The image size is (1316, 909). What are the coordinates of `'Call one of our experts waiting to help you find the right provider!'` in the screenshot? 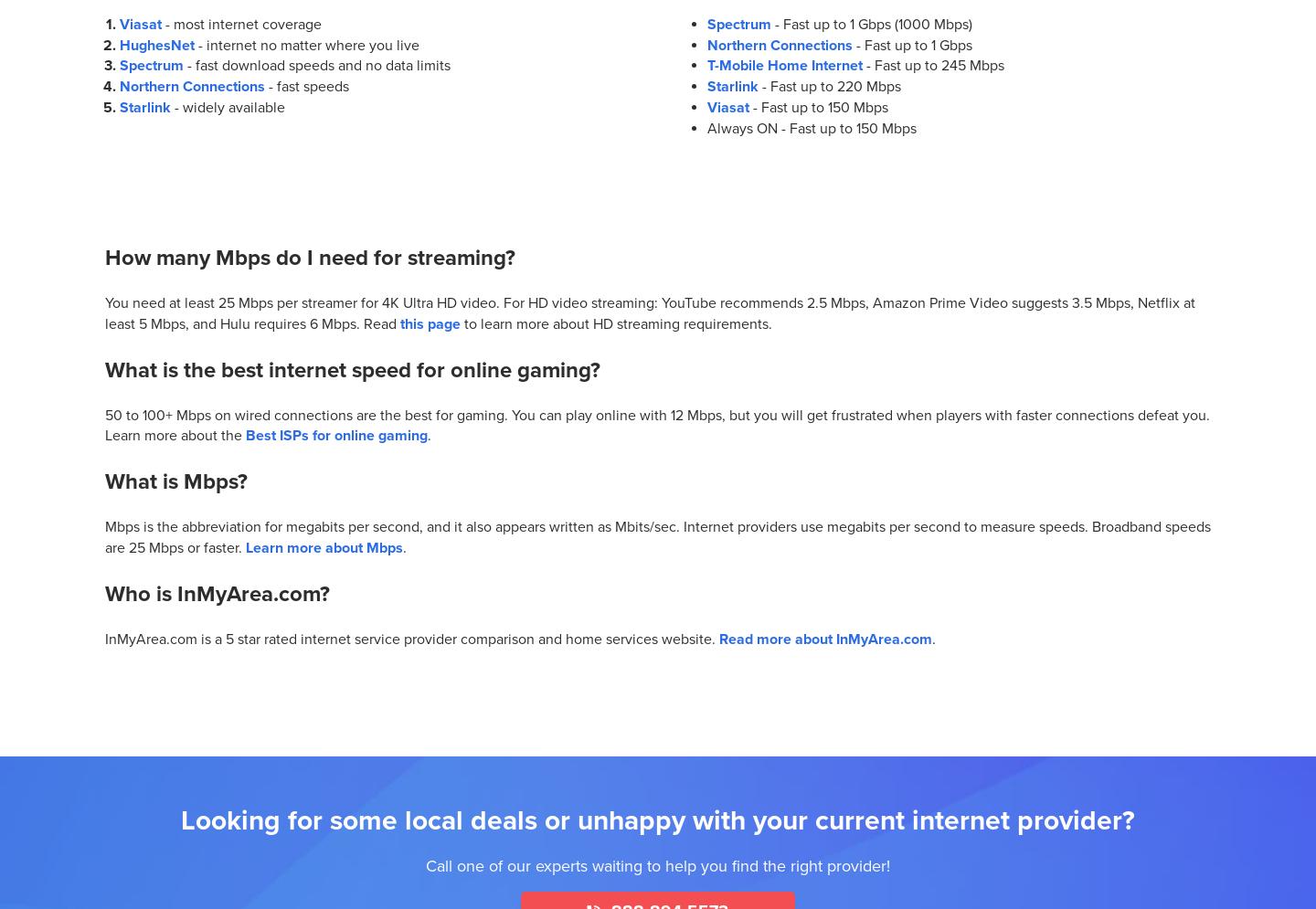 It's located at (658, 865).